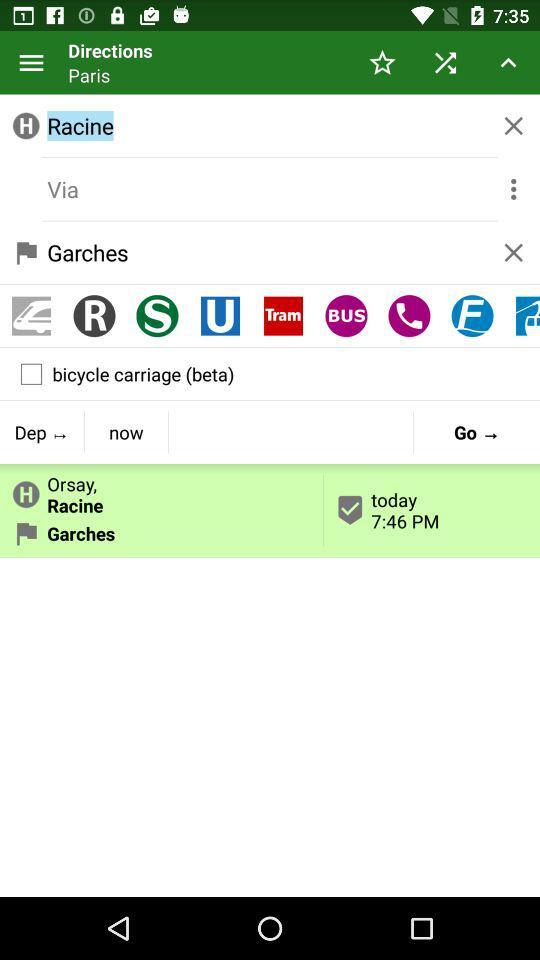 This screenshot has width=540, height=960. Describe the element at coordinates (270, 373) in the screenshot. I see `bicycle carriage (beta) checkbox` at that location.